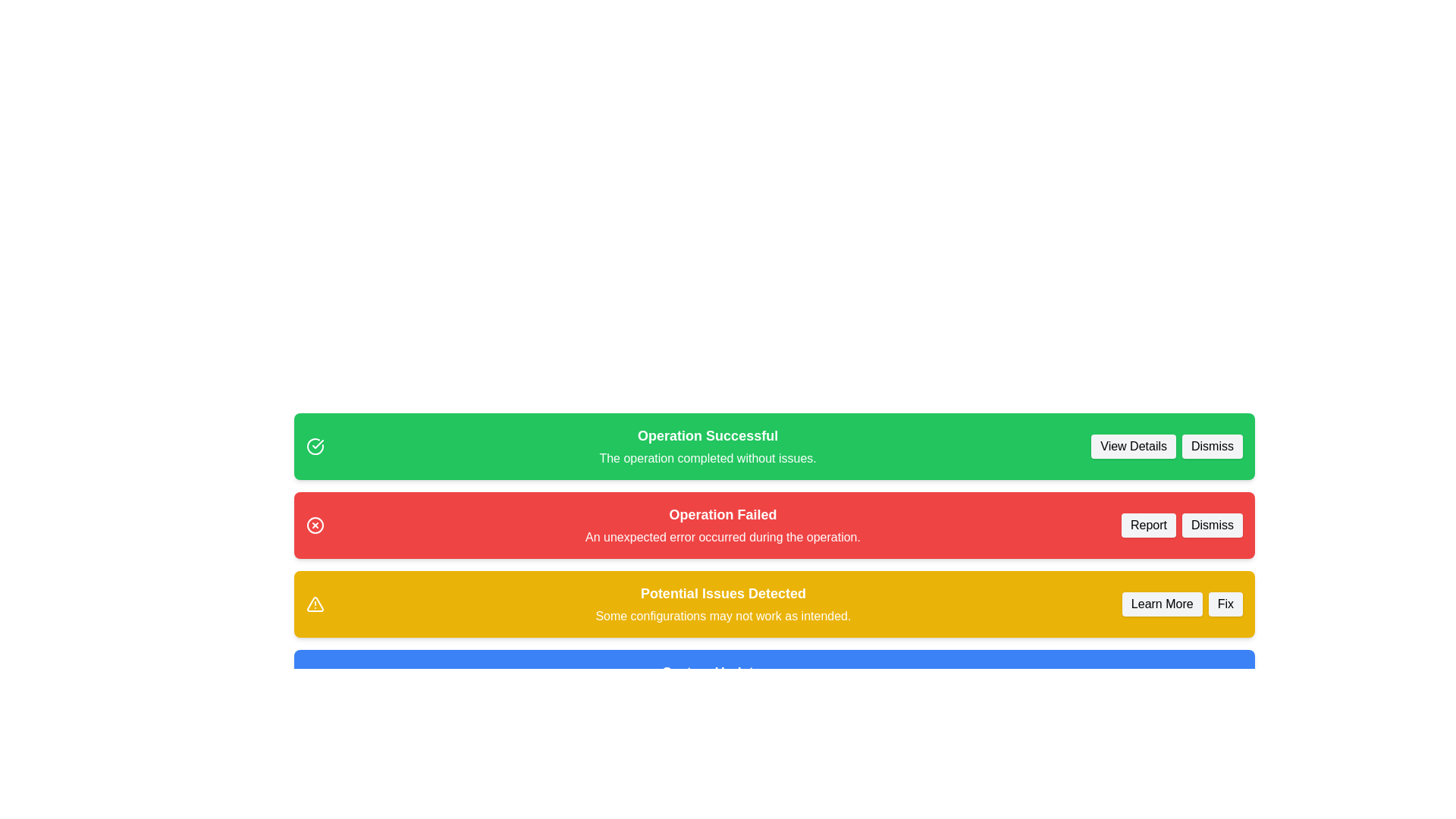  What do you see at coordinates (315, 604) in the screenshot?
I see `the triangular warning icon outlined in yellow, which is located to the left of the text 'Potential Issues Detected' in the yellow notification bar` at bounding box center [315, 604].